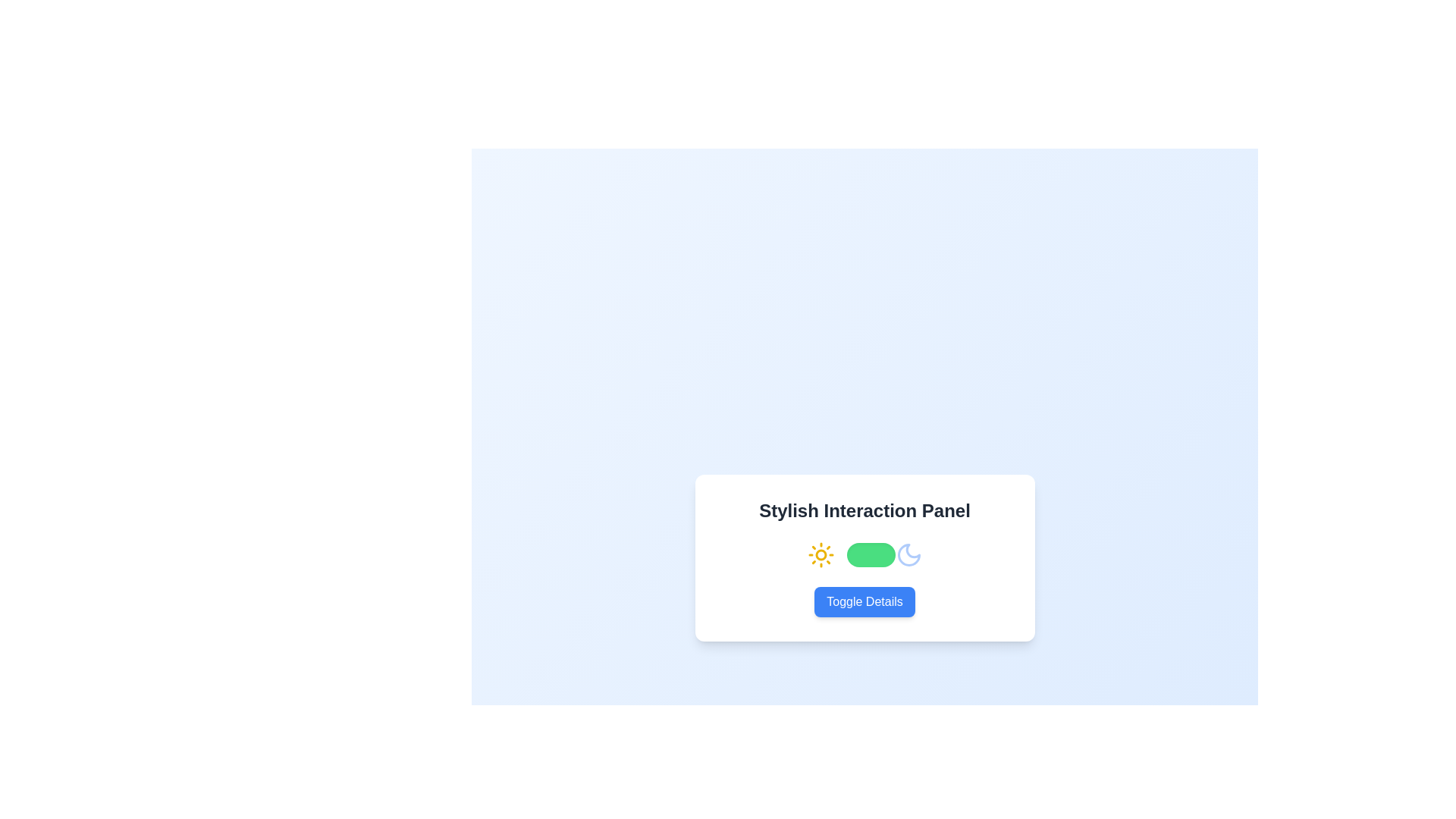  What do you see at coordinates (871, 555) in the screenshot?
I see `the toggle switch with a green background and a white circular knob located between sun and moon icons` at bounding box center [871, 555].